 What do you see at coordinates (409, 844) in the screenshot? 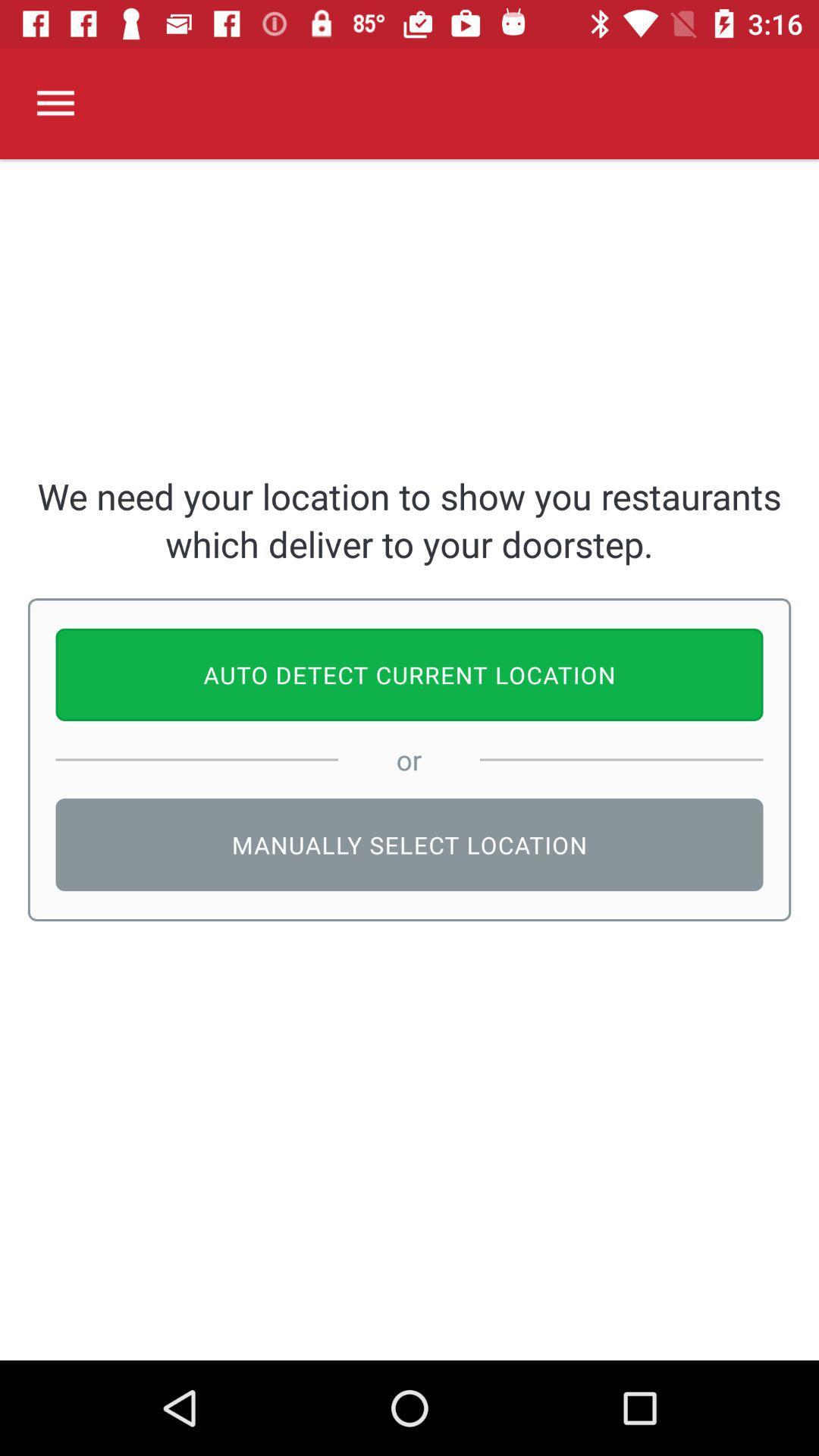
I see `the manually select location icon` at bounding box center [409, 844].